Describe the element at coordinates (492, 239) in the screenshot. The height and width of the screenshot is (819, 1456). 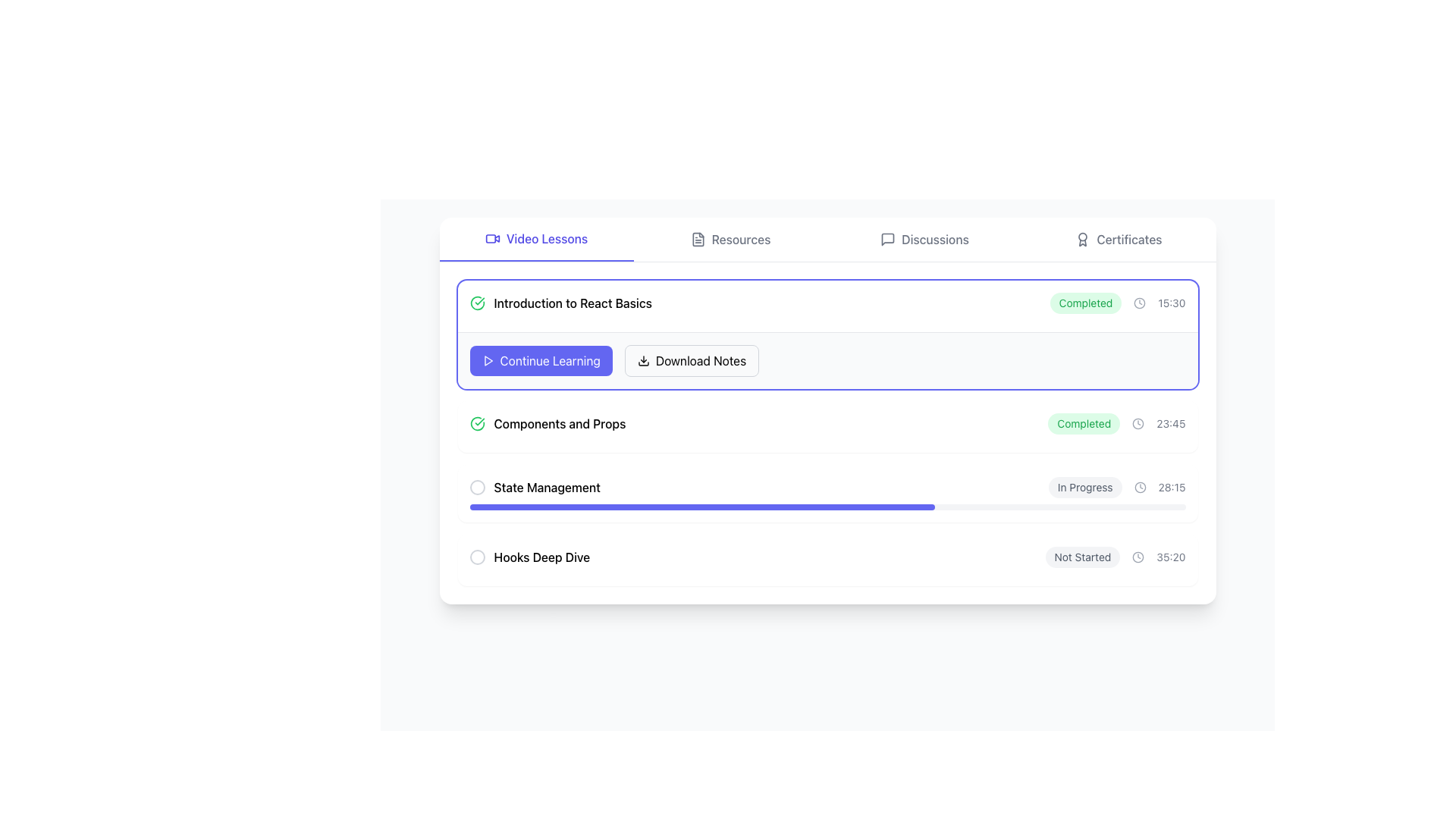
I see `the SVG video camera icon located to the left of the 'Video Lessons' text in the tab section` at that location.